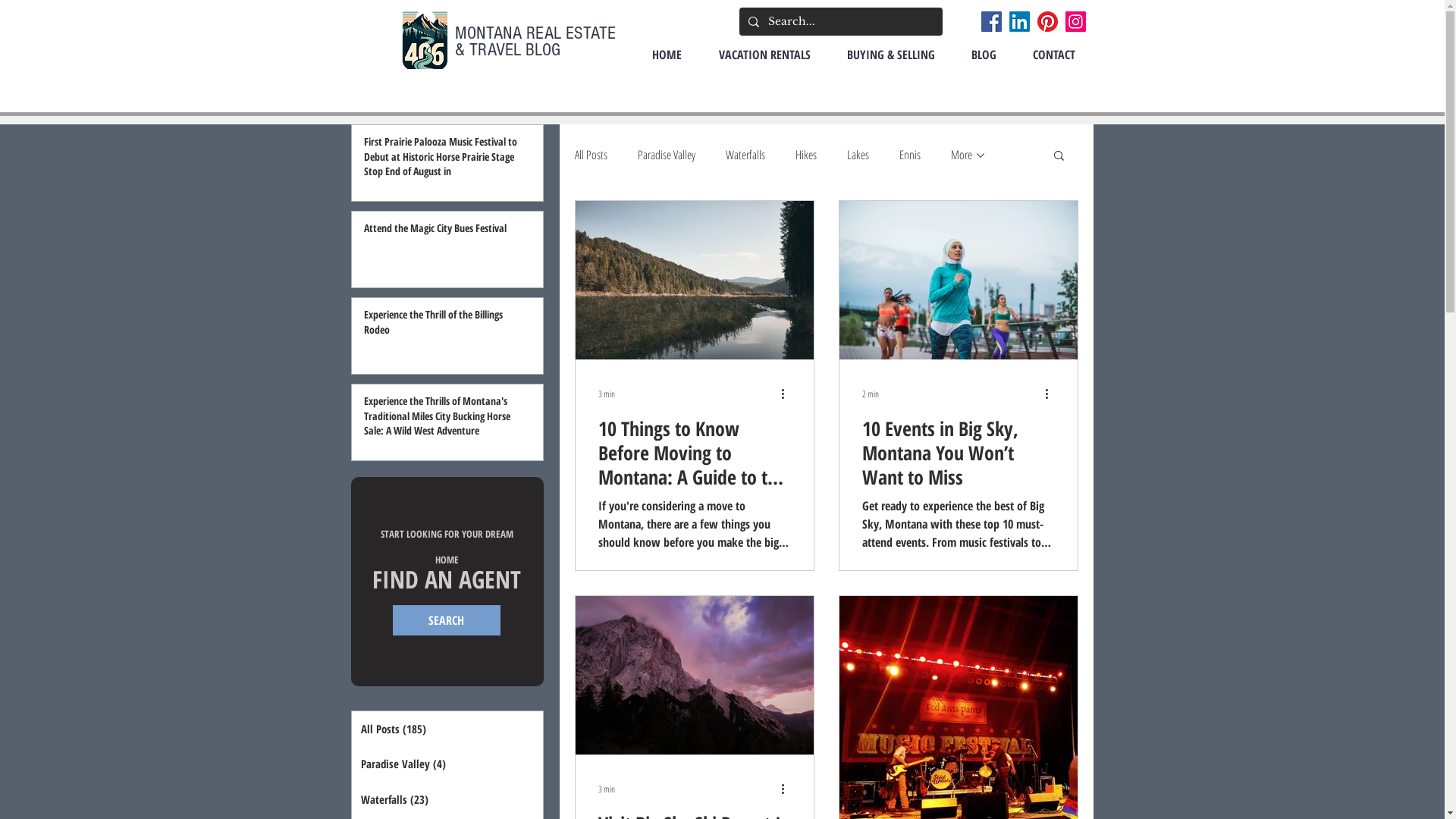 The width and height of the screenshot is (1456, 819). What do you see at coordinates (1053, 54) in the screenshot?
I see `'CONTACT'` at bounding box center [1053, 54].